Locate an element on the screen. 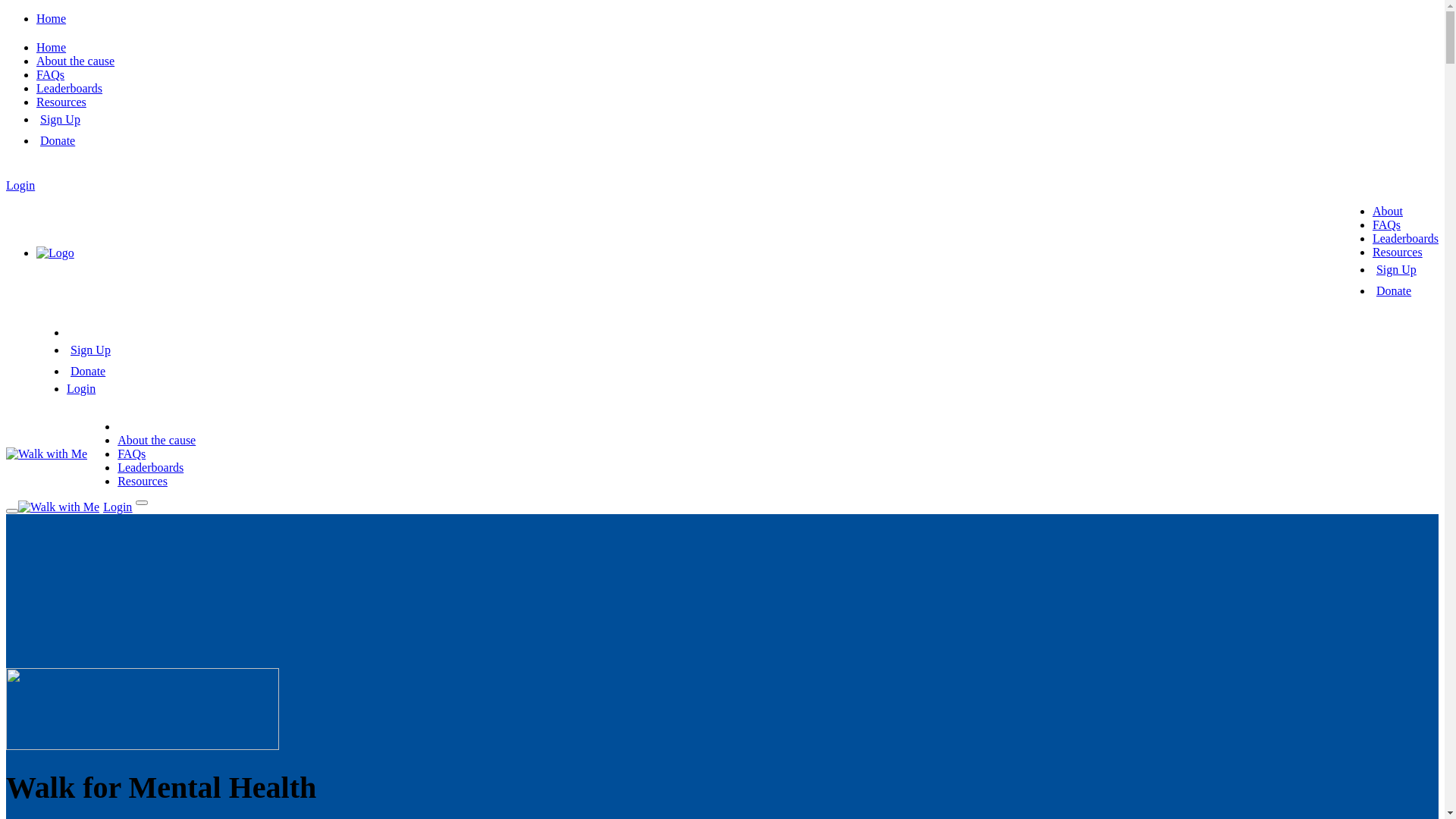  'About the cause' is located at coordinates (116, 440).